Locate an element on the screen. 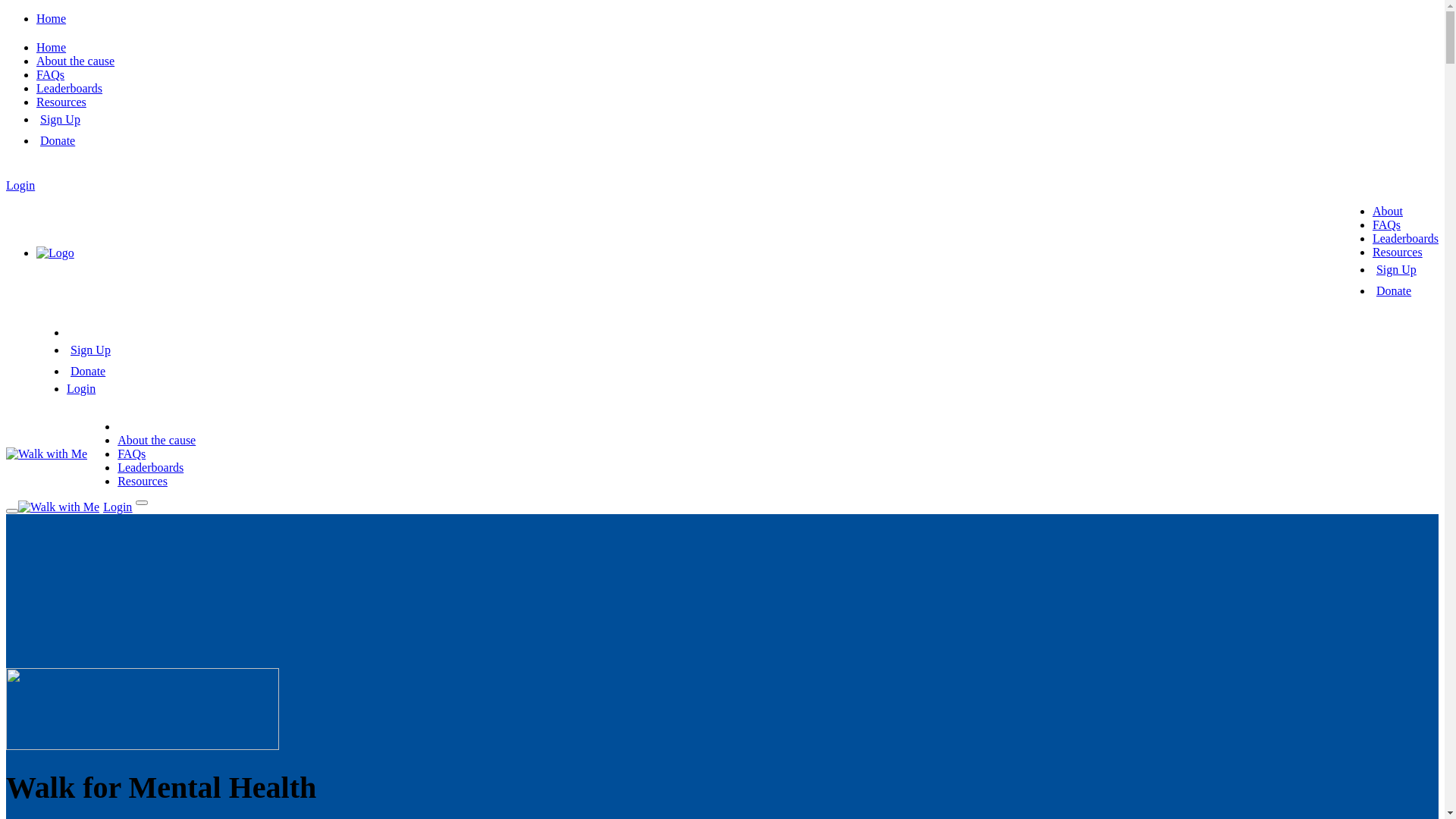  'About the cause' is located at coordinates (116, 440).